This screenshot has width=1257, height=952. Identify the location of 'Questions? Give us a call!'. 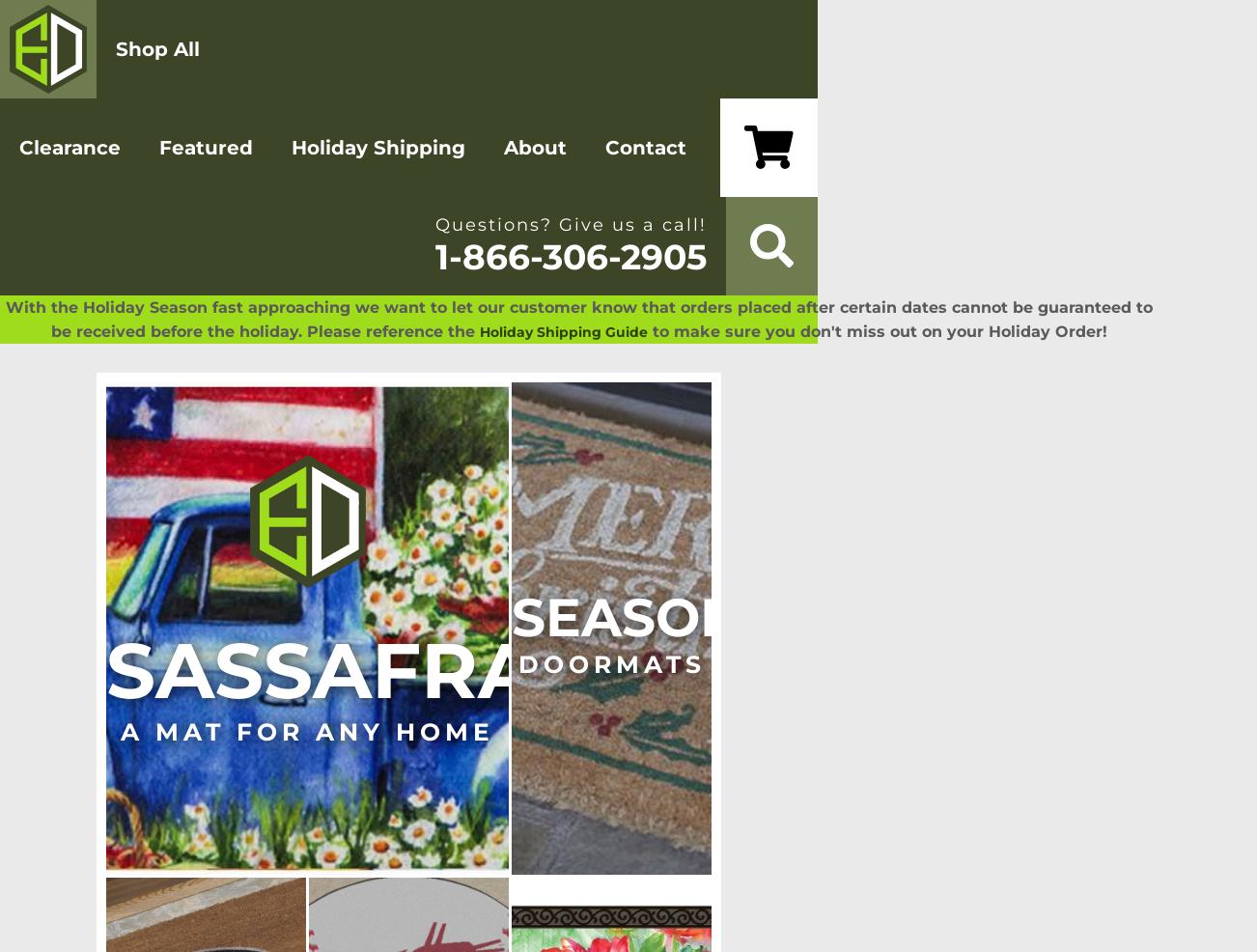
(435, 223).